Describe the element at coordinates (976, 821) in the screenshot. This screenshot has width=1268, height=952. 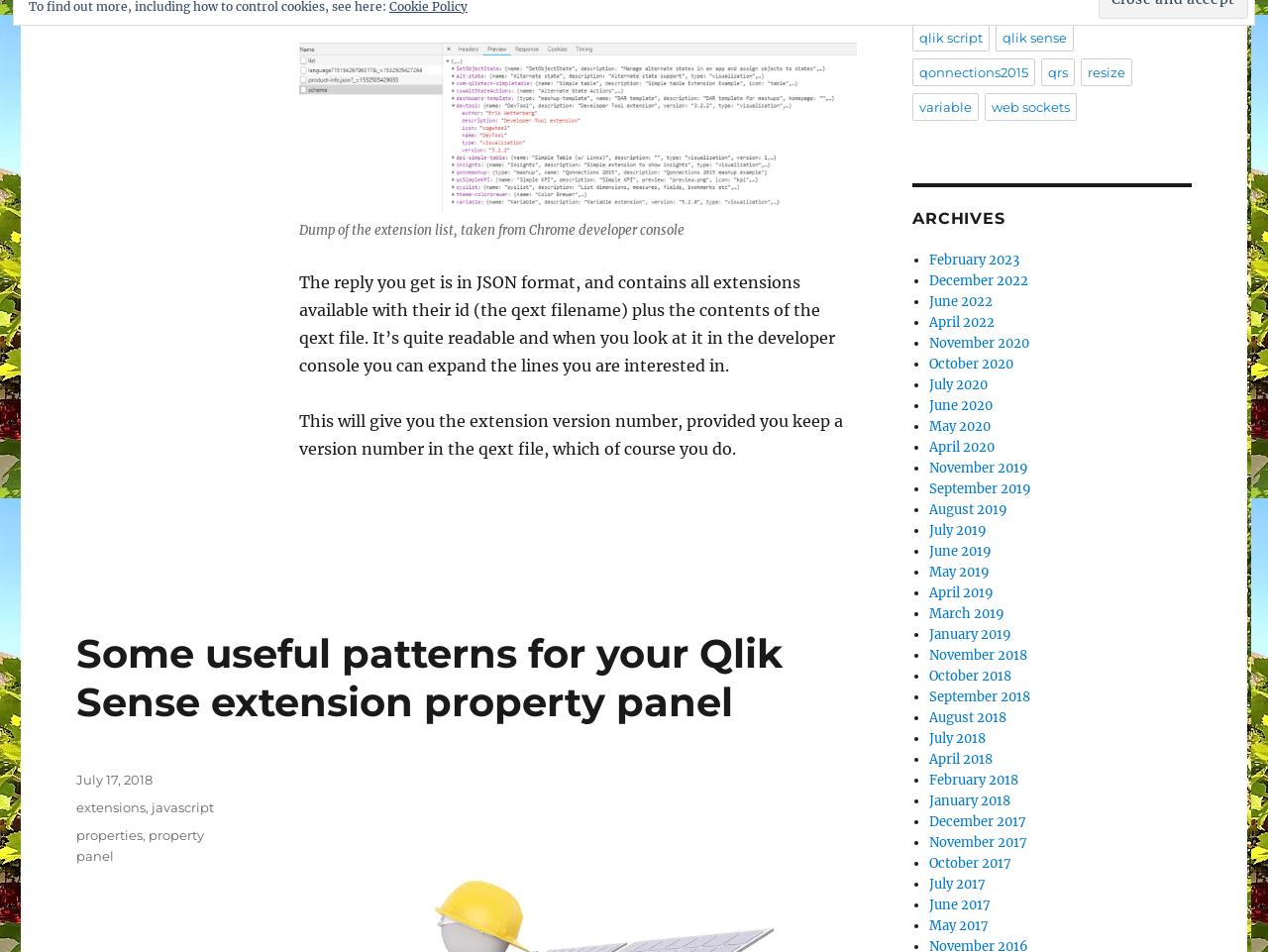
I see `'December 2017'` at that location.